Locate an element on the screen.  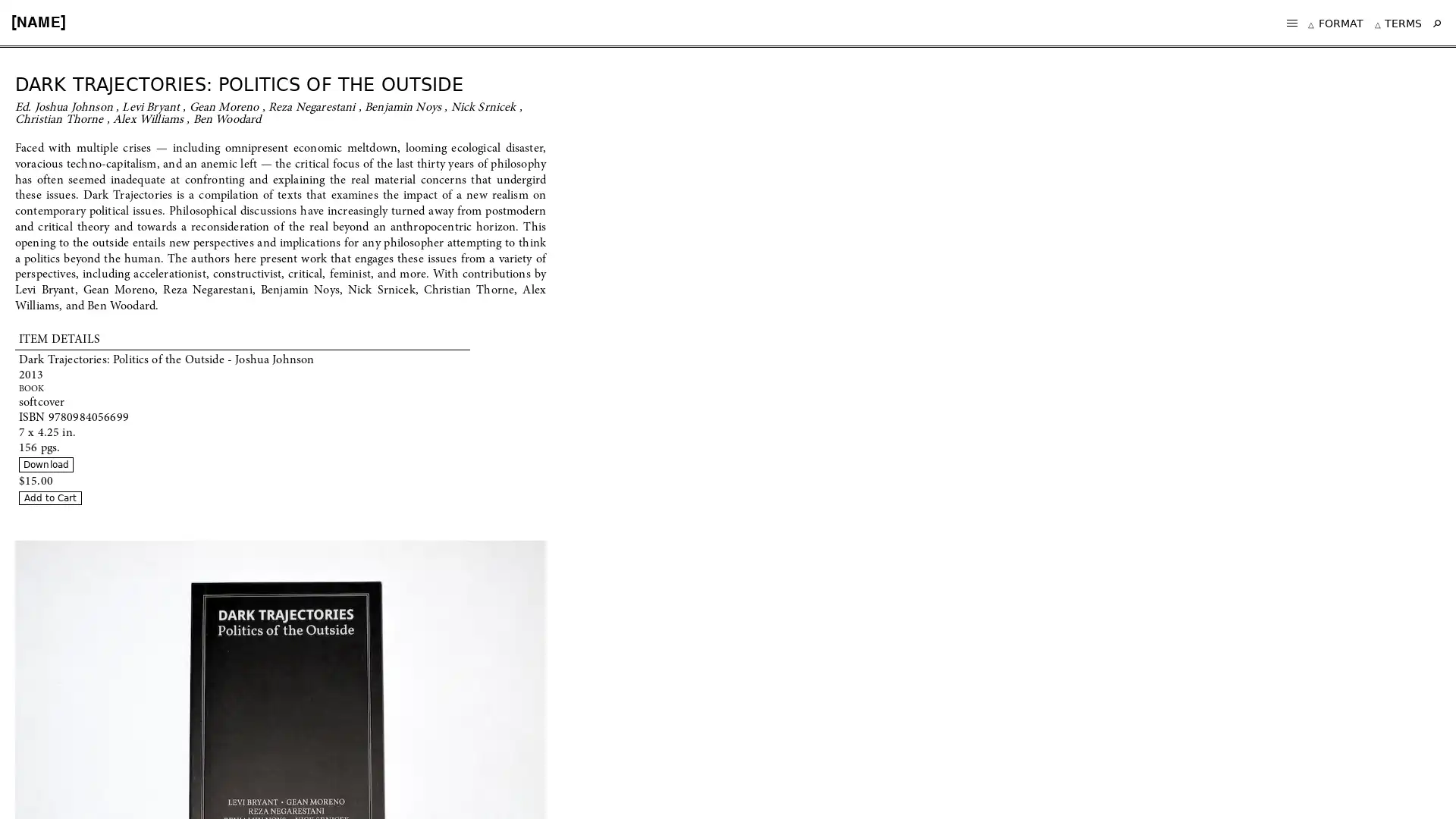
Add to Cart is located at coordinates (50, 497).